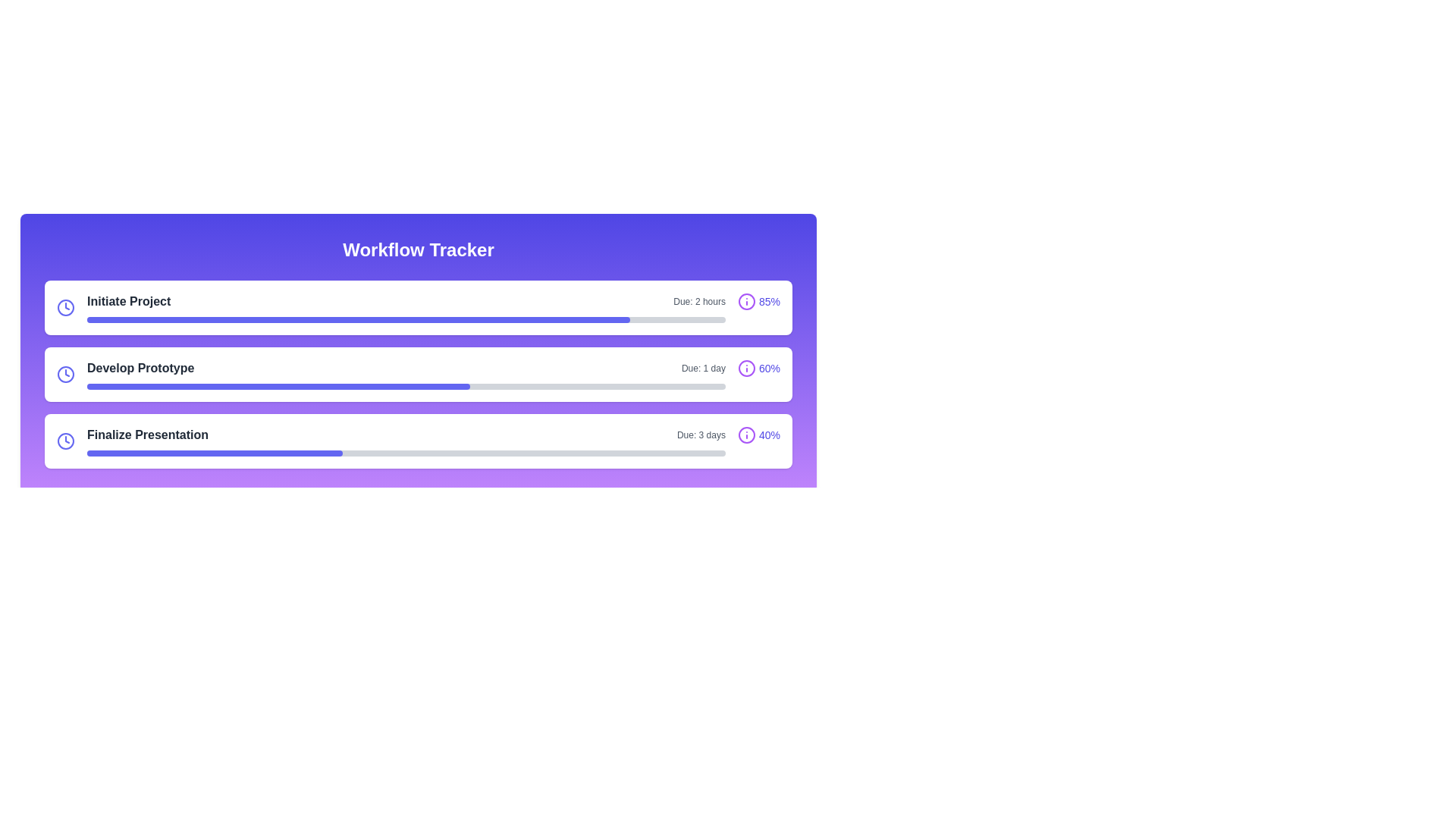 This screenshot has width=1456, height=819. Describe the element at coordinates (64, 374) in the screenshot. I see `the time-related icon located to the left of the text 'Develop Prototype' at the upper-left corner of the card` at that location.